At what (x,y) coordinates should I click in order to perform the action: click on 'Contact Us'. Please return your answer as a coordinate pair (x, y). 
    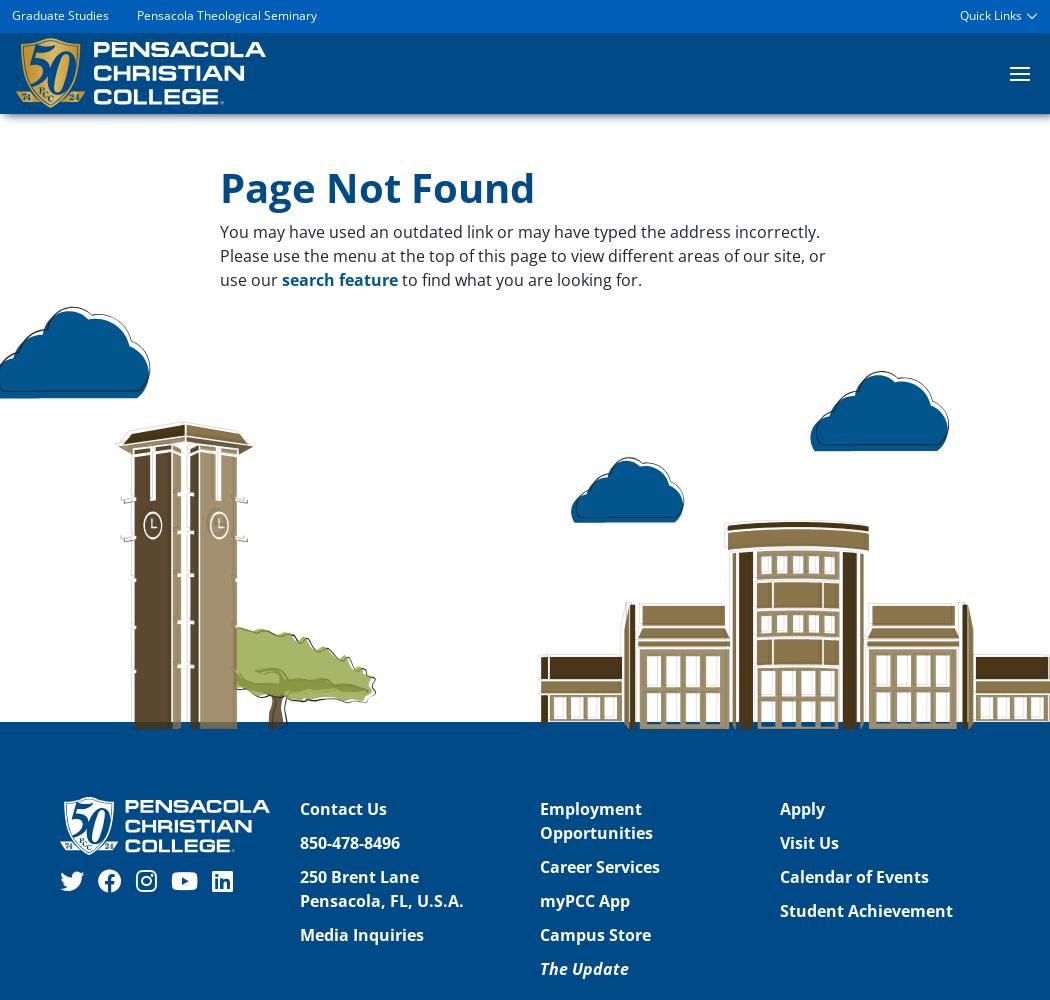
    Looking at the image, I should click on (342, 808).